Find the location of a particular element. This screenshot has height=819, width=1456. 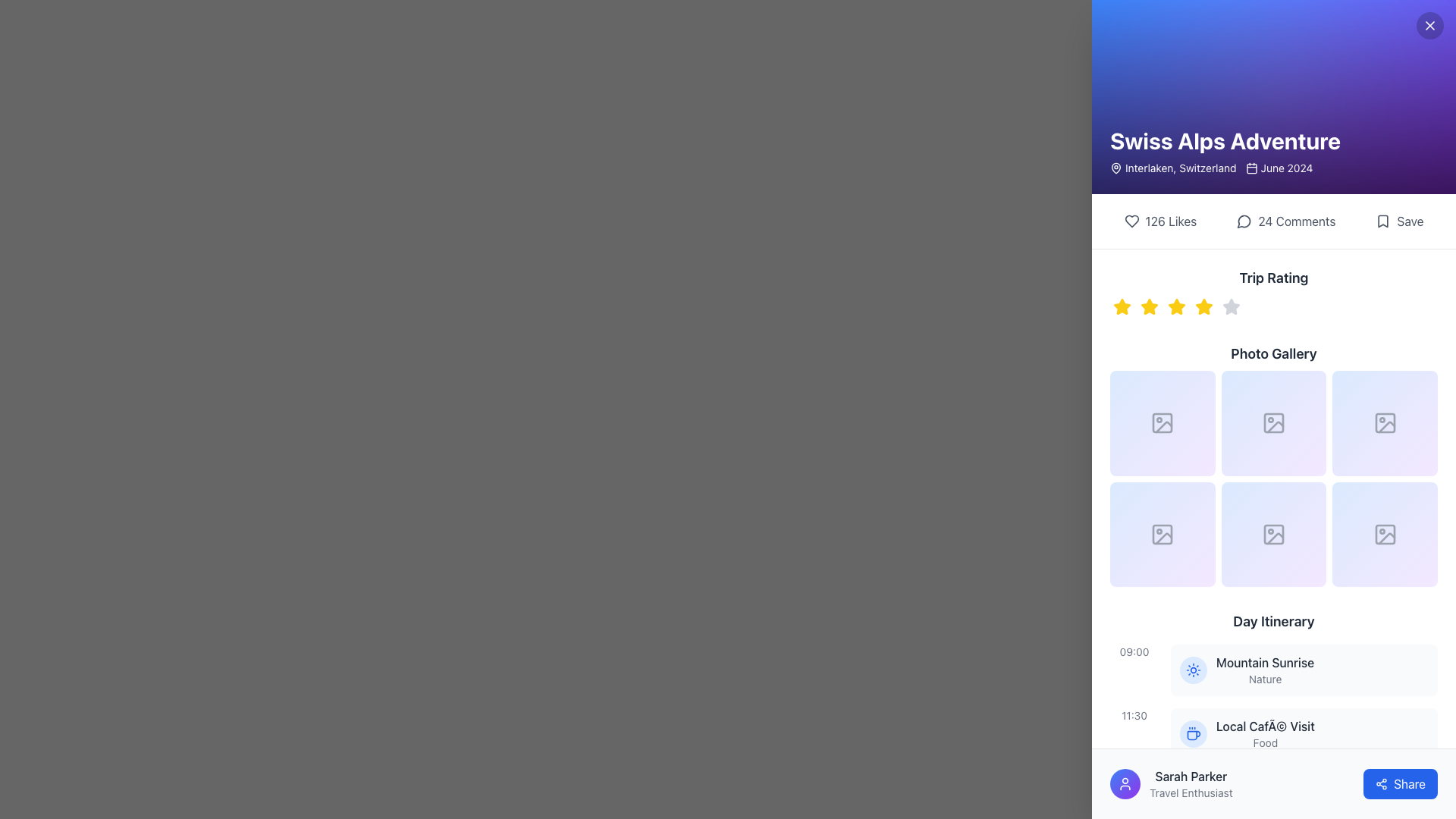

the first star icon in the rating system located under the 'Trip Rating' label in the sidebar to rate it is located at coordinates (1122, 307).